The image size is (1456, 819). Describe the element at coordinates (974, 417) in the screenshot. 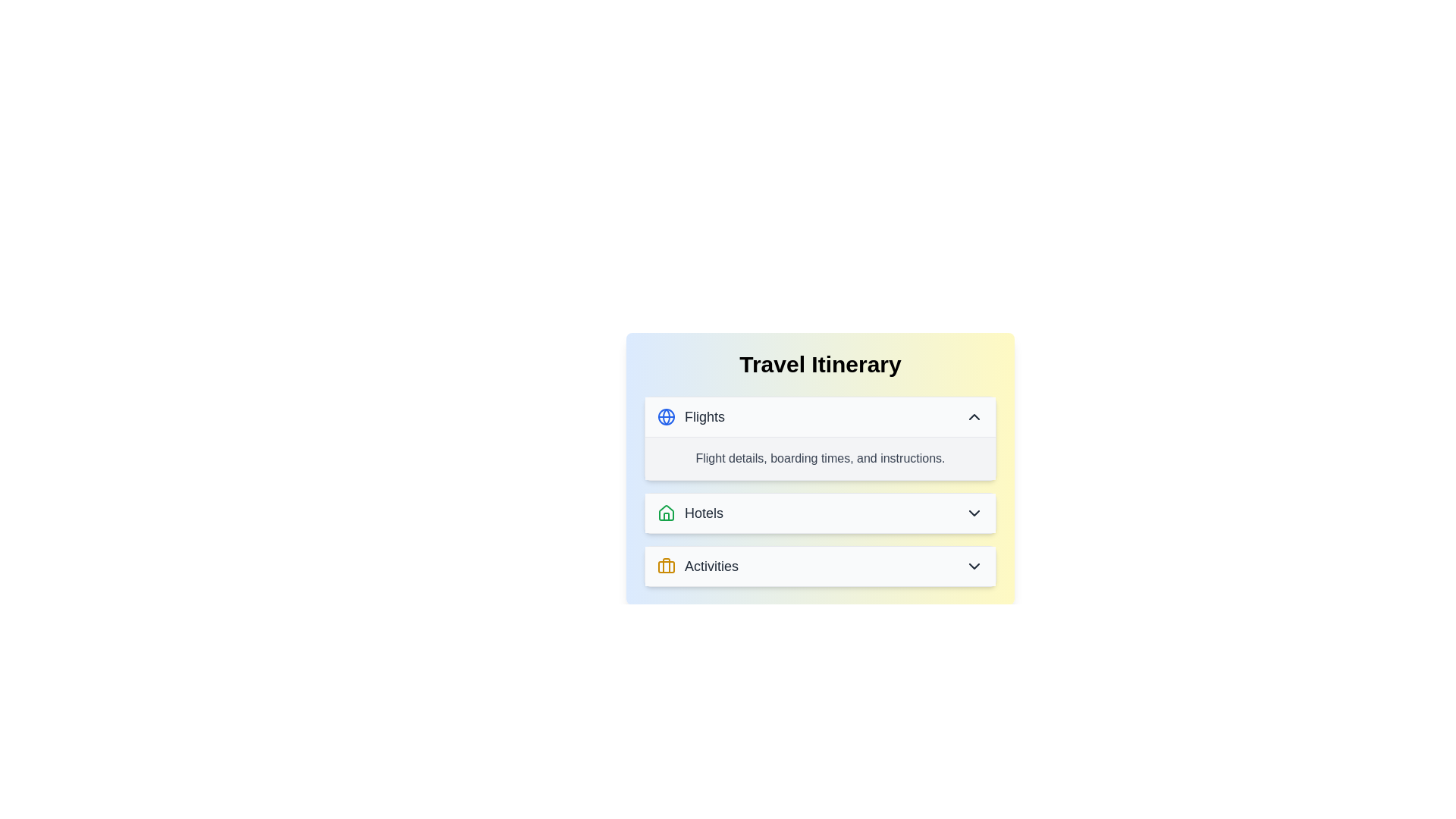

I see `the Chevron-Up icon located at the rightmost part of the 'Flights' section header to possibly see a tooltip` at that location.